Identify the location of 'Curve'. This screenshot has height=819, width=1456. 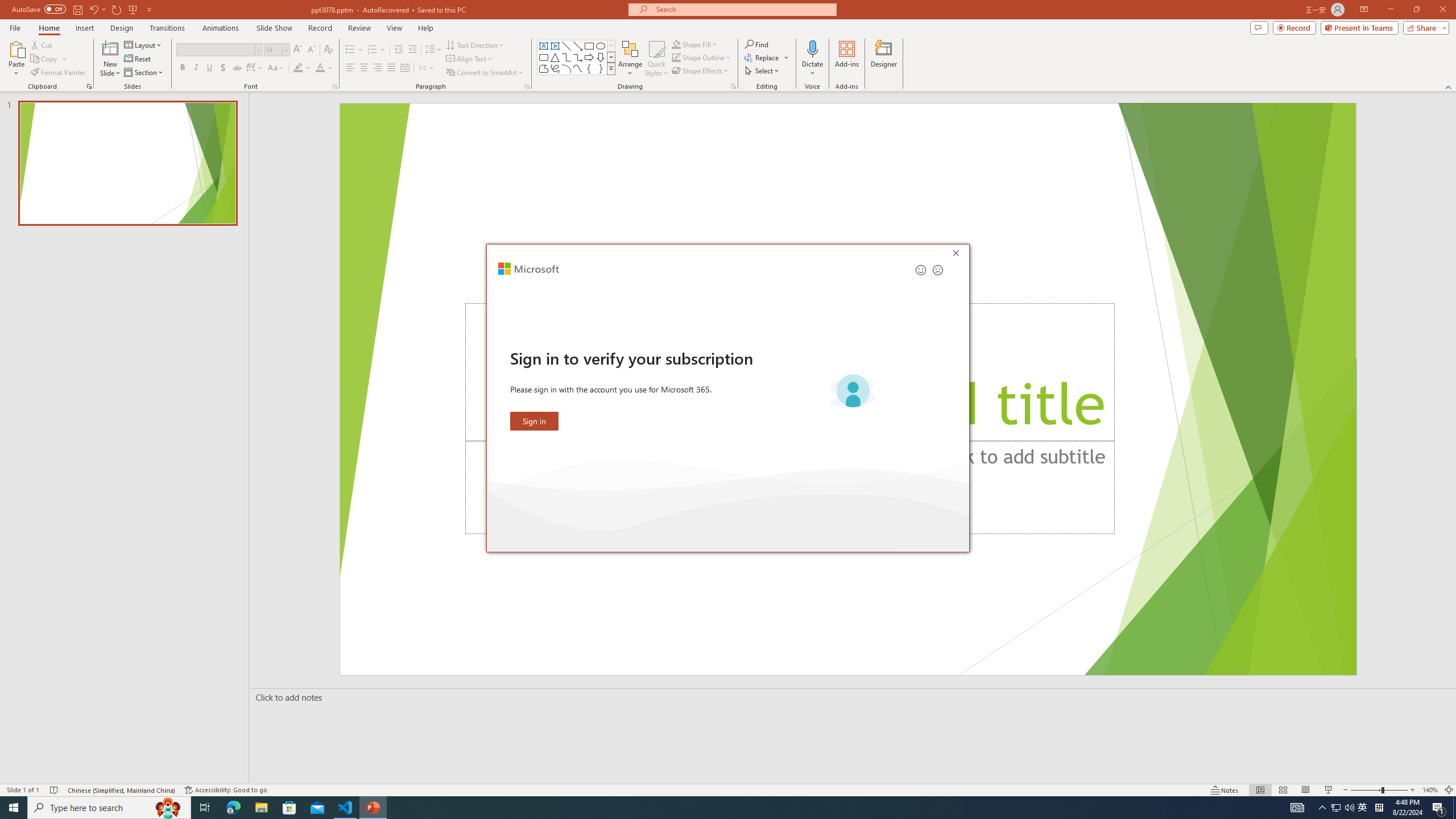
(577, 68).